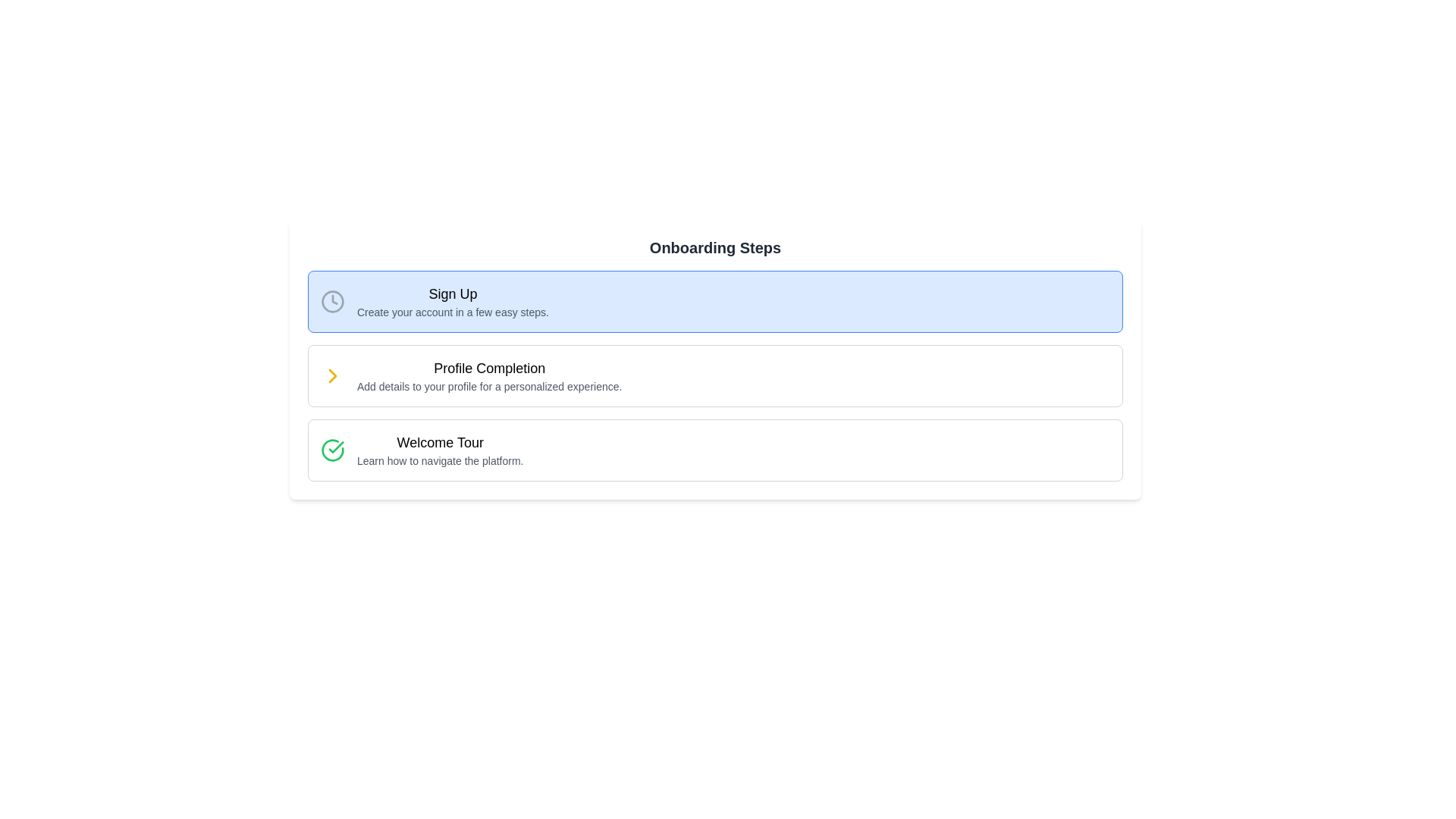 This screenshot has width=1456, height=819. I want to click on the yellow right-facing chevron arrow icon located within the 'Profile Completion' action card, so click(331, 375).